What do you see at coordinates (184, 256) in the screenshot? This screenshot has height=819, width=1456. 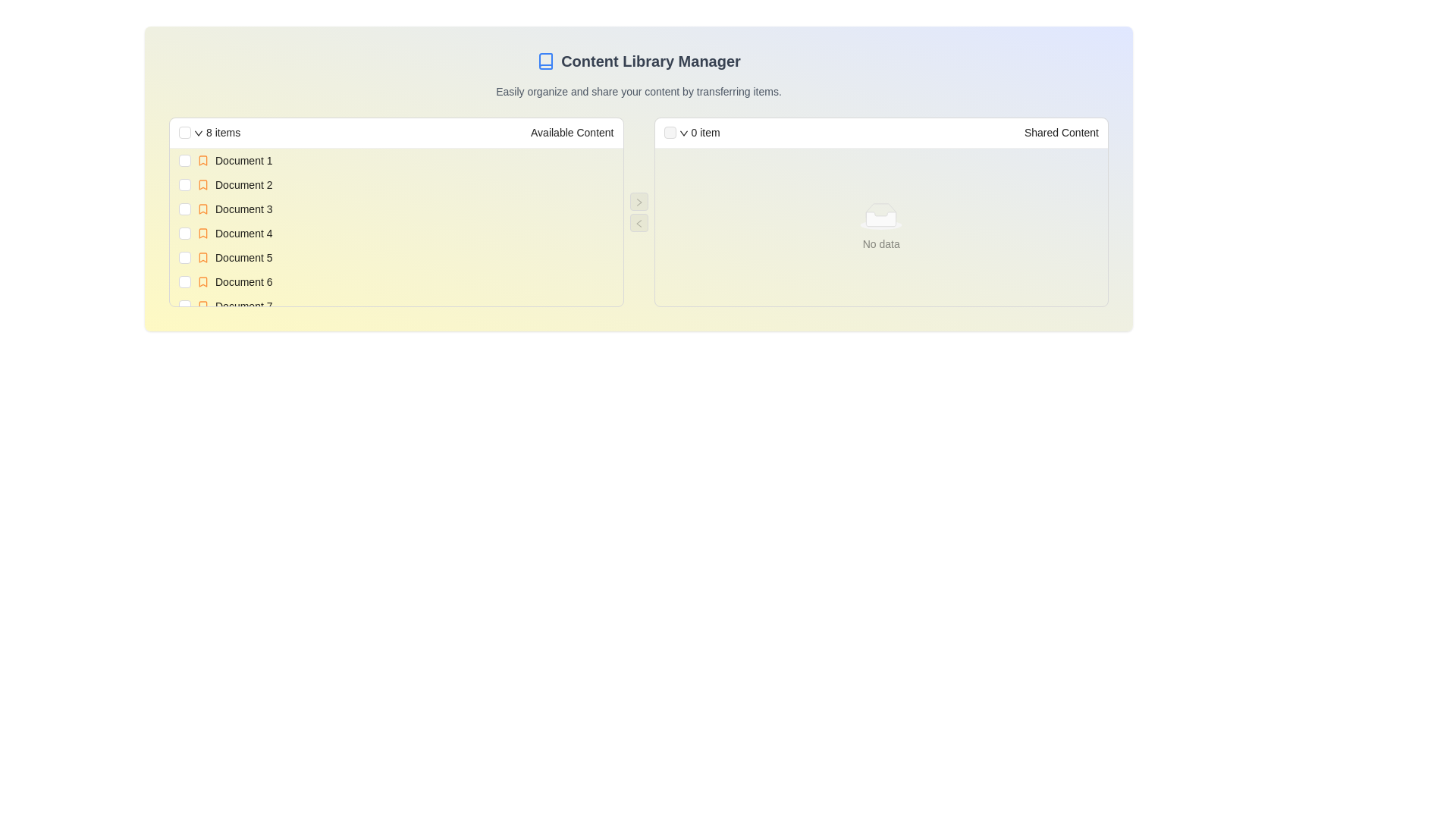 I see `the checkbox for 'Document 5'` at bounding box center [184, 256].